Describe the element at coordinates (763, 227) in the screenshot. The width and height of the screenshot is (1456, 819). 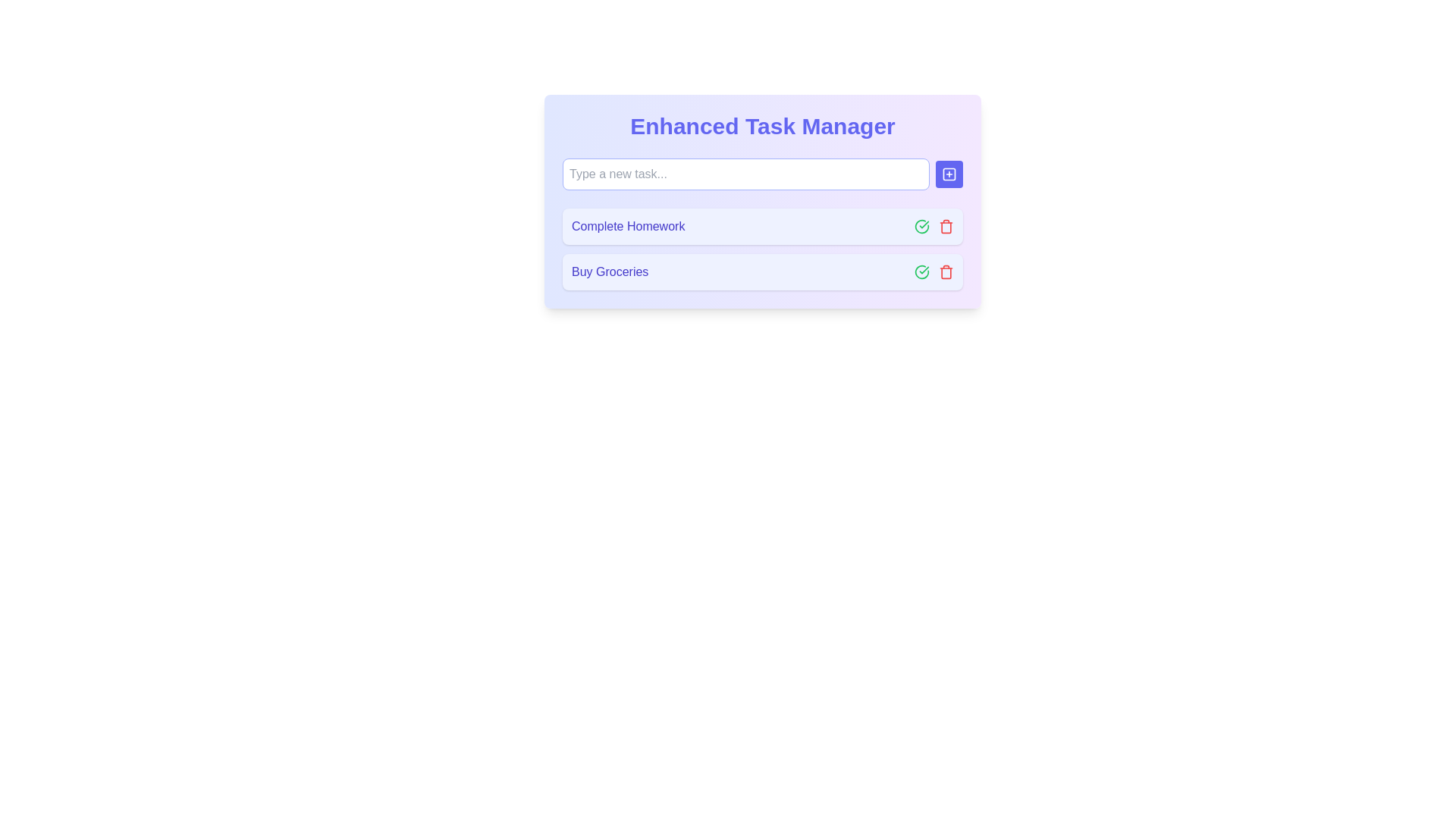
I see `task text 'Complete Homework' from the first Task List Item, which is a rectangular box with a light indigo background and contains a green checkmark and a red trash can icon` at that location.